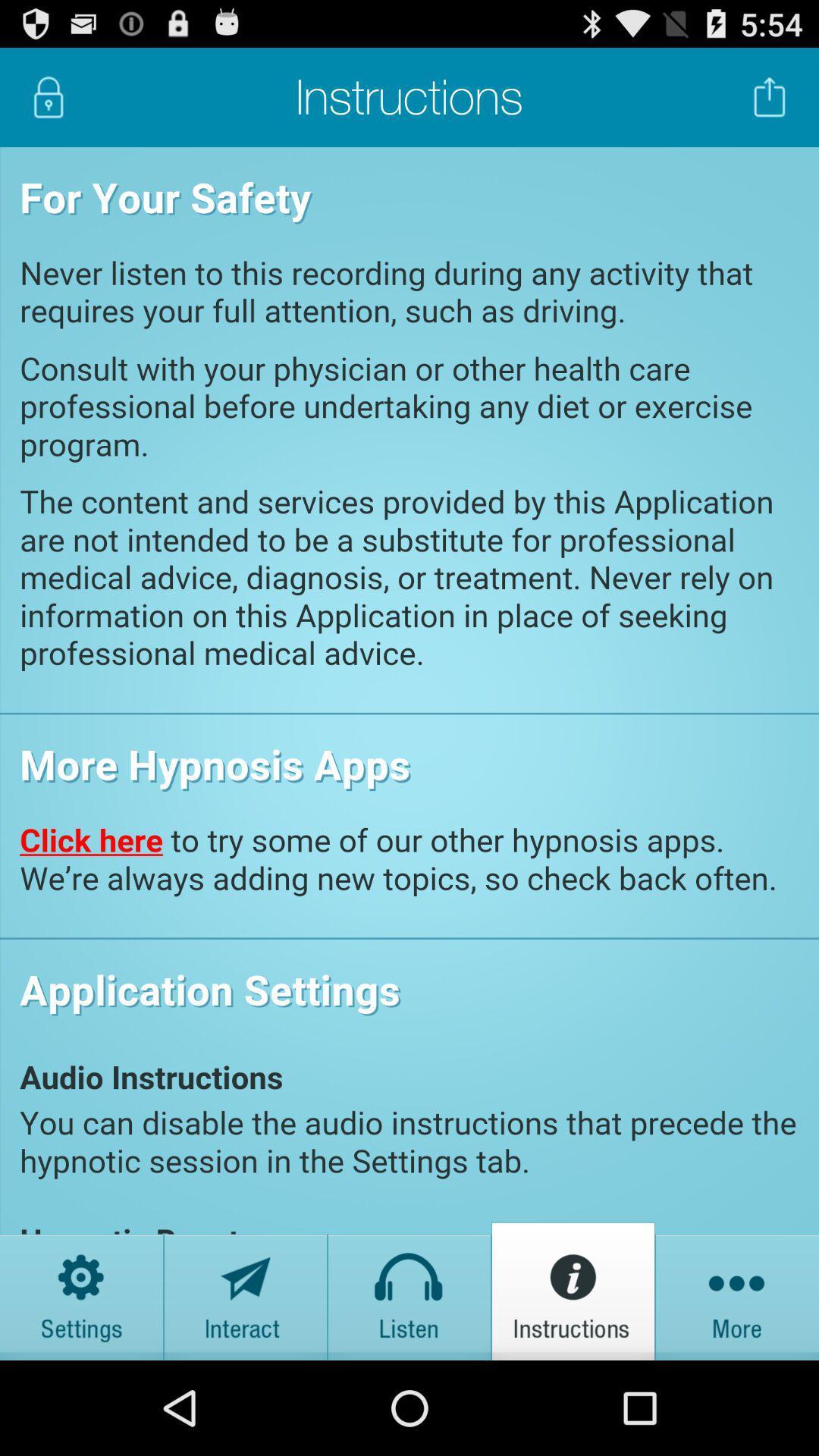 This screenshot has height=1456, width=819. What do you see at coordinates (409, 1381) in the screenshot?
I see `the home icon` at bounding box center [409, 1381].